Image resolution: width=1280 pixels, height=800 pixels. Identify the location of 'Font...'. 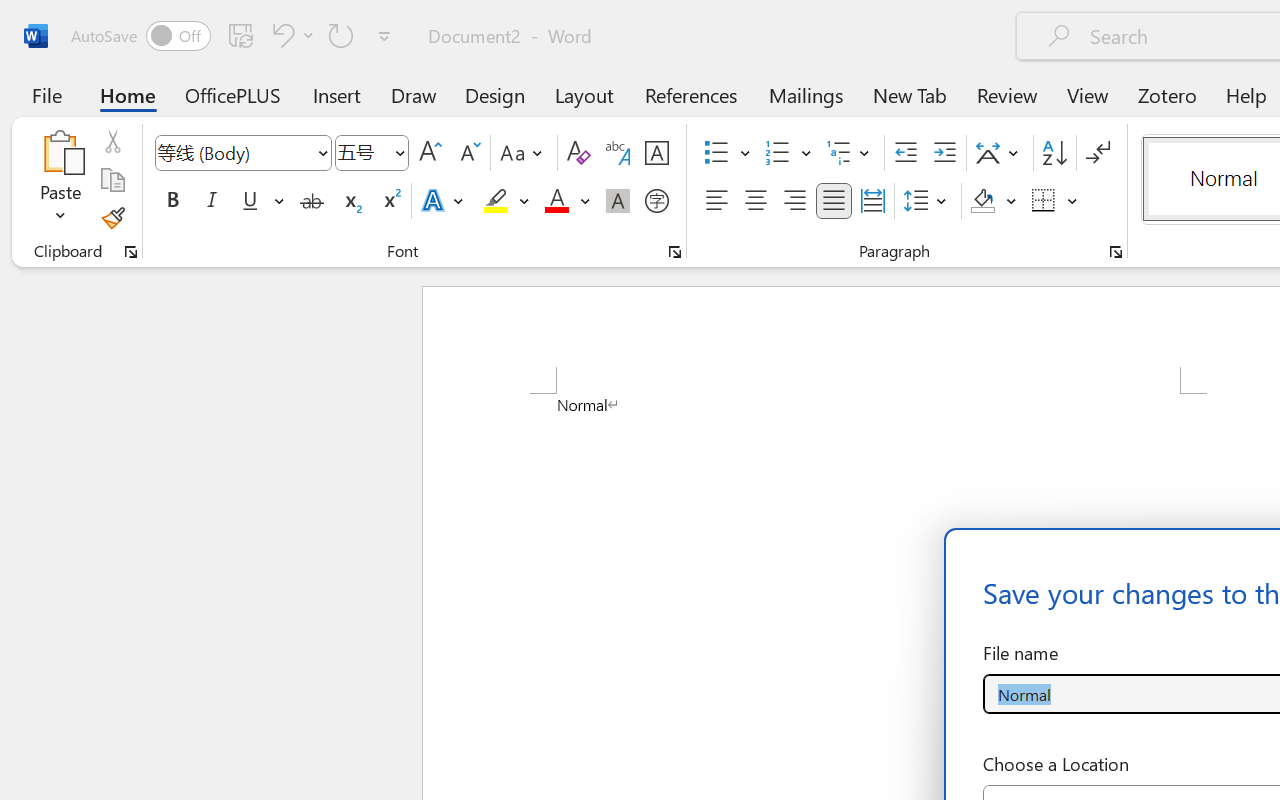
(675, 251).